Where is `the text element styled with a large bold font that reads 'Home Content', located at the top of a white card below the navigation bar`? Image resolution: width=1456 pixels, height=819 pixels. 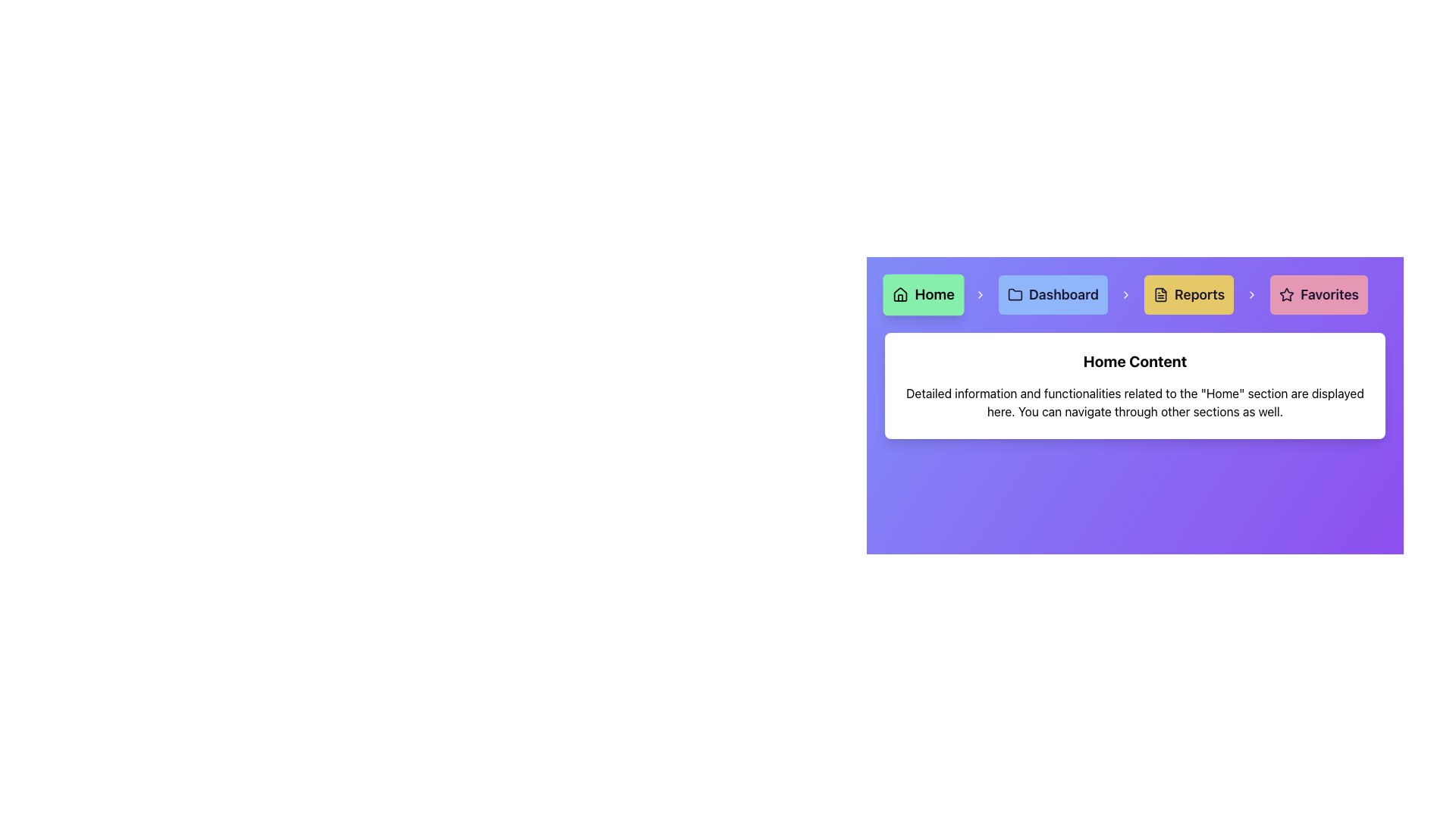 the text element styled with a large bold font that reads 'Home Content', located at the top of a white card below the navigation bar is located at coordinates (1135, 362).